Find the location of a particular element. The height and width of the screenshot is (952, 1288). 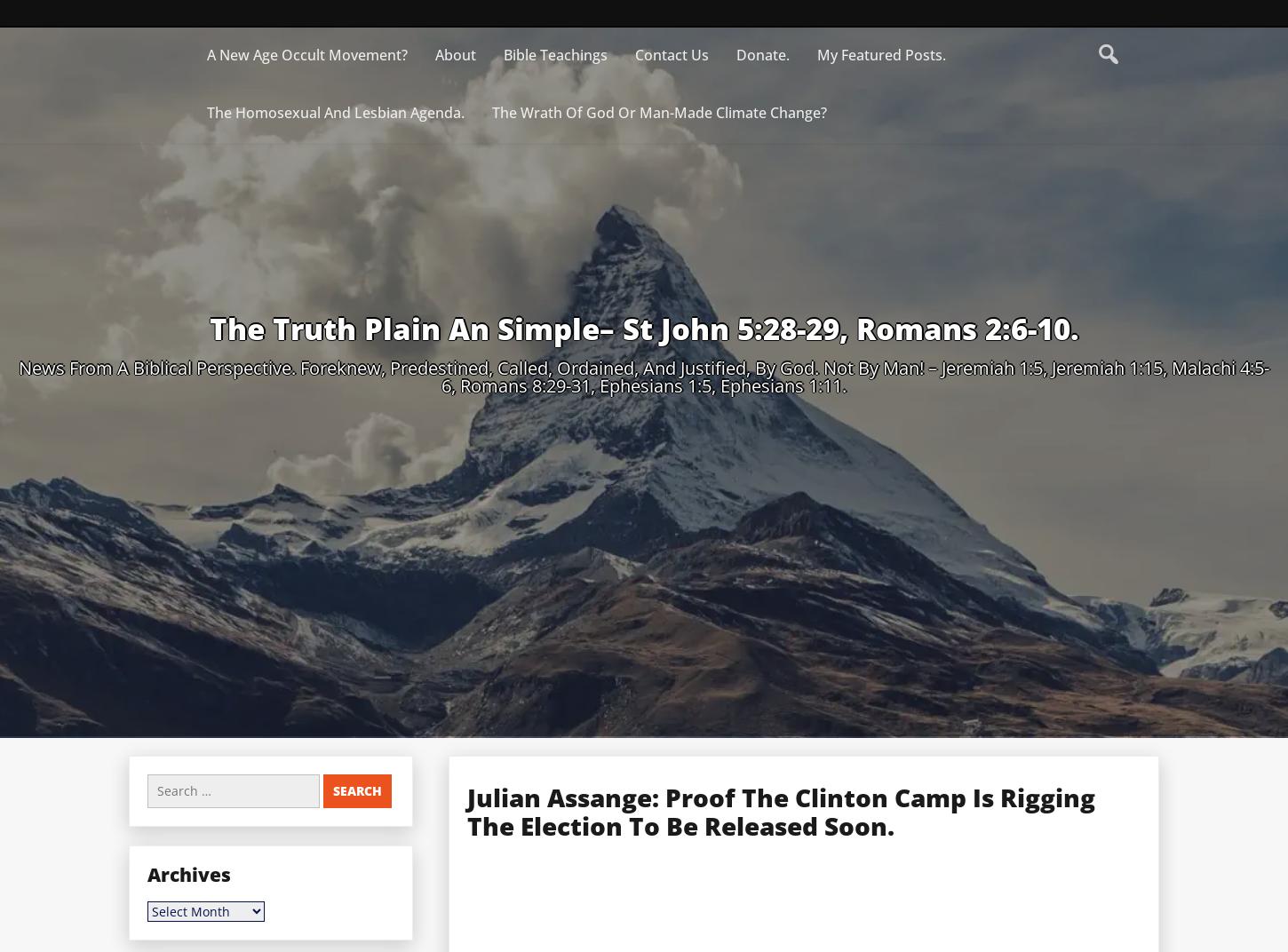

'Contact Us' is located at coordinates (671, 53).